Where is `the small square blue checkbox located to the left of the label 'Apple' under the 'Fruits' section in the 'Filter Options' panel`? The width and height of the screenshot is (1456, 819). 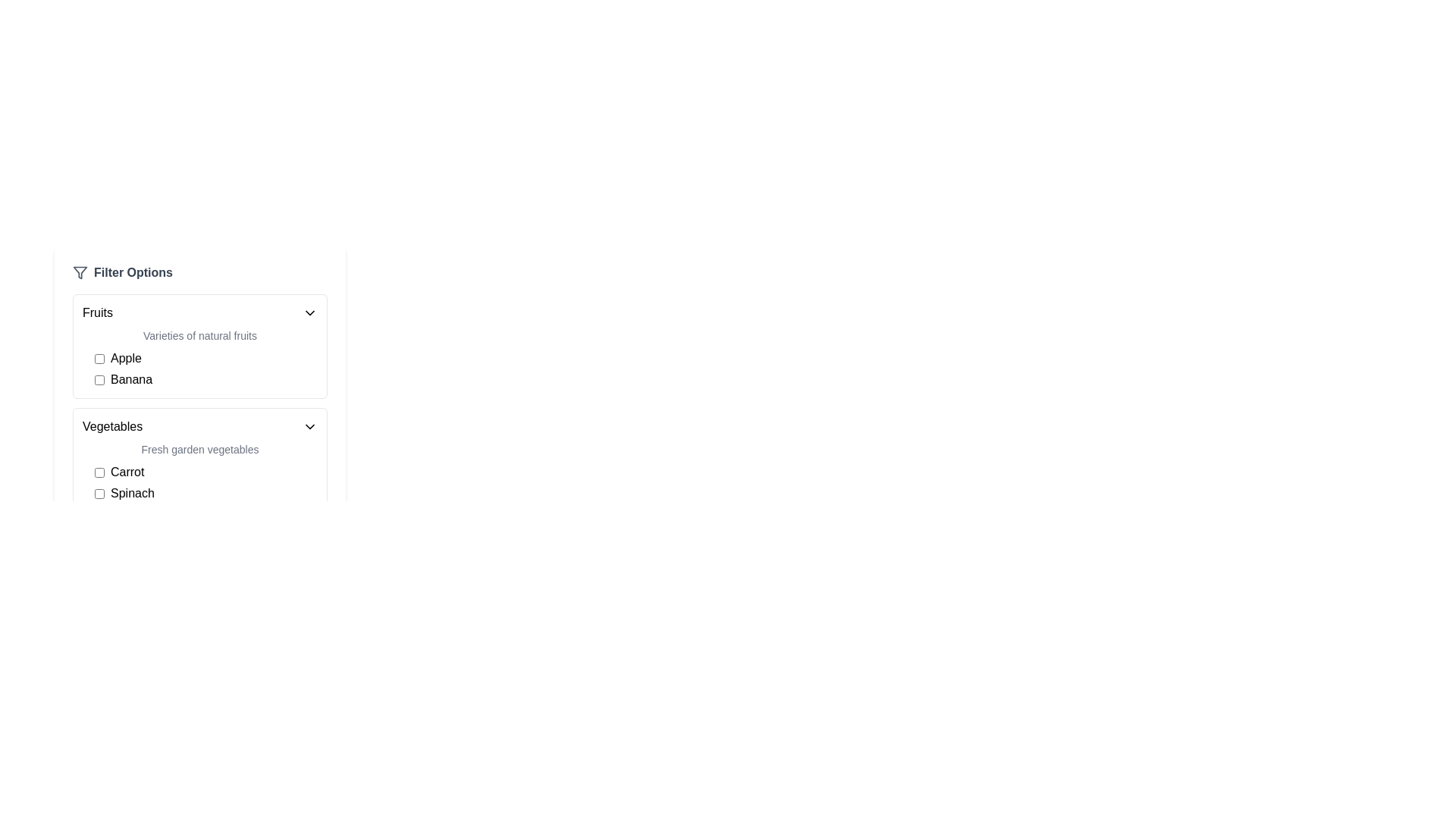 the small square blue checkbox located to the left of the label 'Apple' under the 'Fruits' section in the 'Filter Options' panel is located at coordinates (99, 359).